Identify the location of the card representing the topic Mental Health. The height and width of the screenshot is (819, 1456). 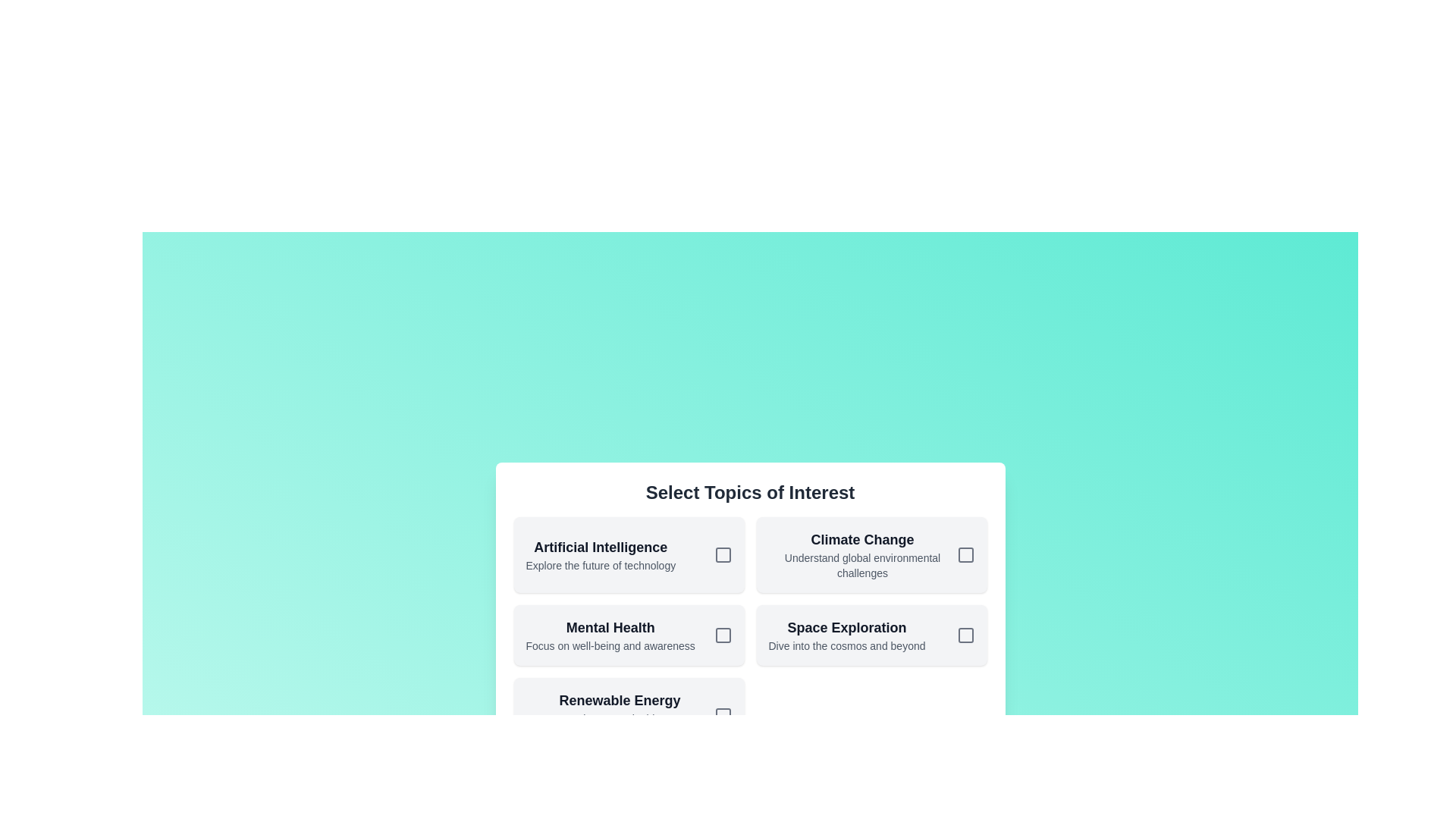
(629, 635).